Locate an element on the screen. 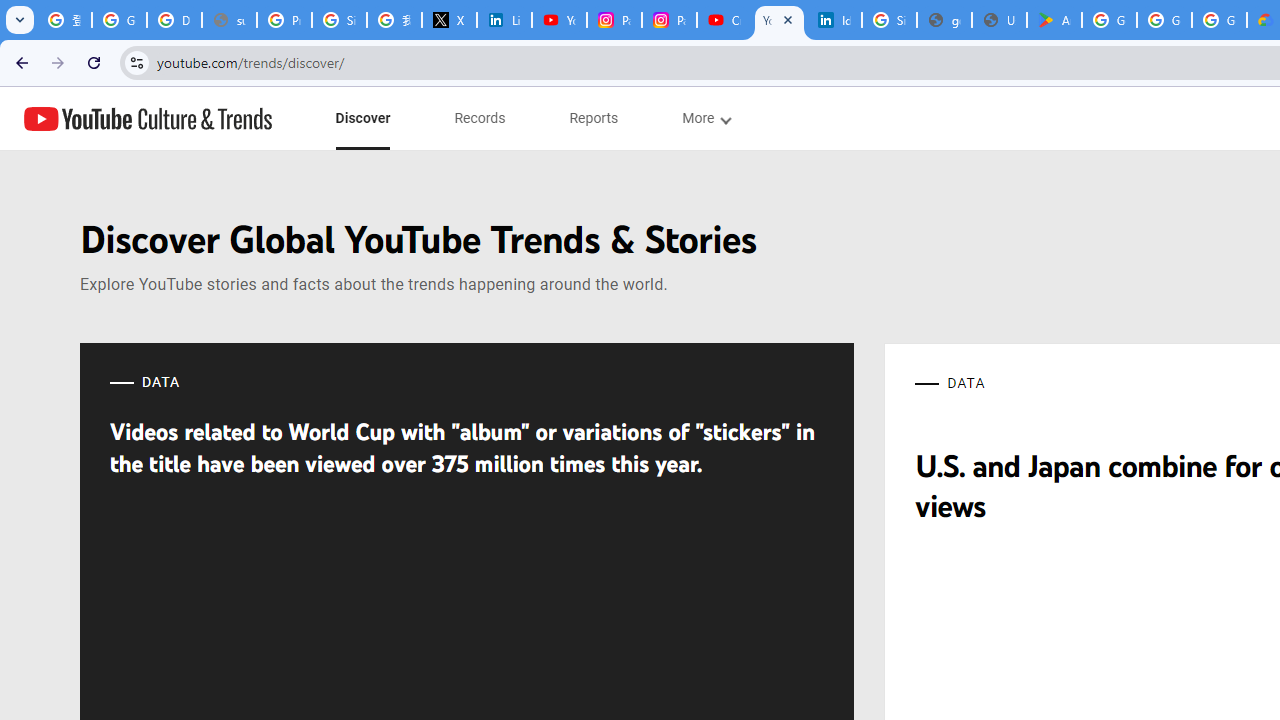 This screenshot has height=720, width=1280. 'subnav-Discover menupopup' is located at coordinates (362, 118).